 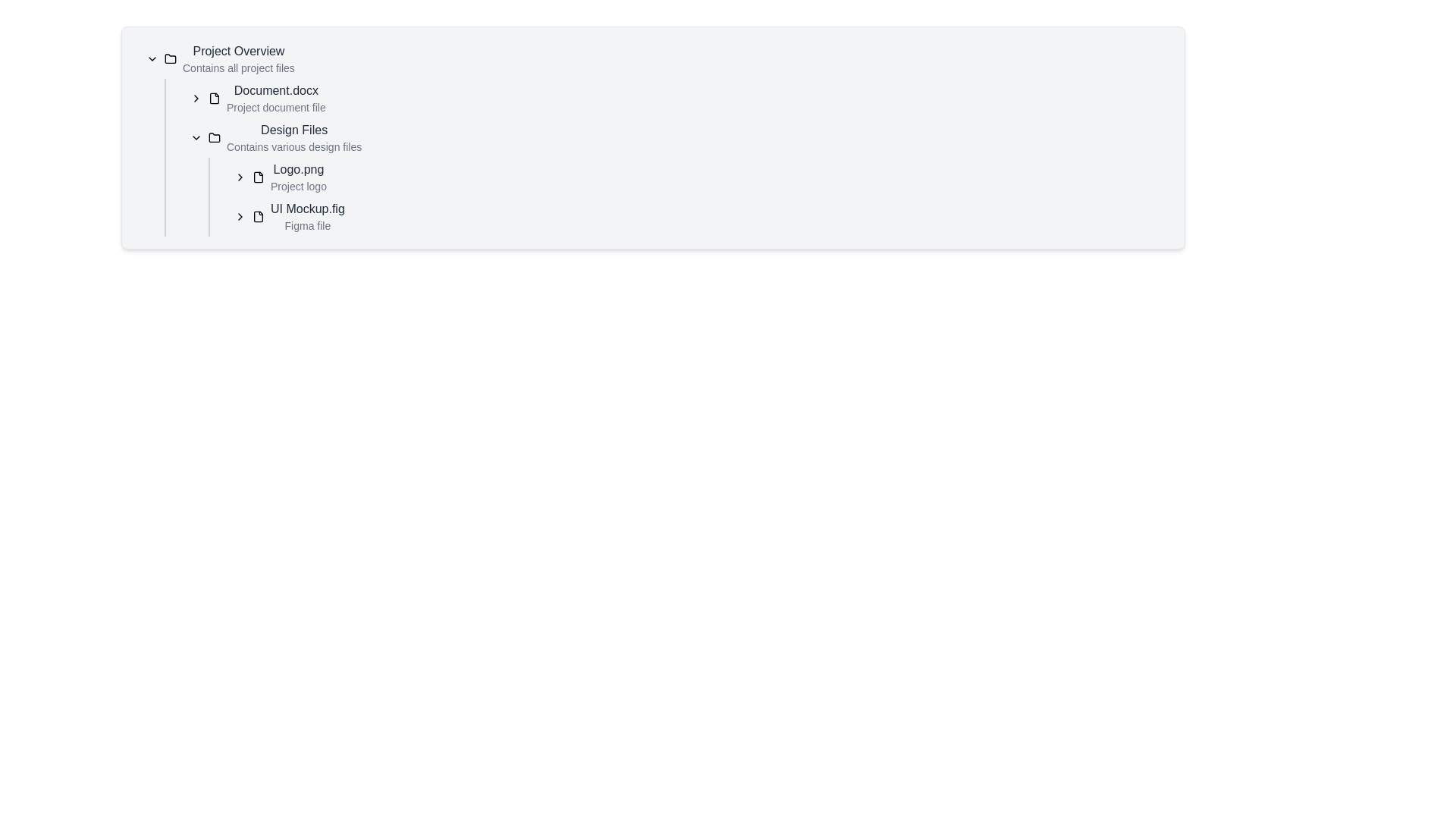 I want to click on the list item representing the project logo file, labeled 'Logo.png' with the descriptive text 'Project logo', which is the second entry in the 'Design Files' section, so click(x=298, y=177).